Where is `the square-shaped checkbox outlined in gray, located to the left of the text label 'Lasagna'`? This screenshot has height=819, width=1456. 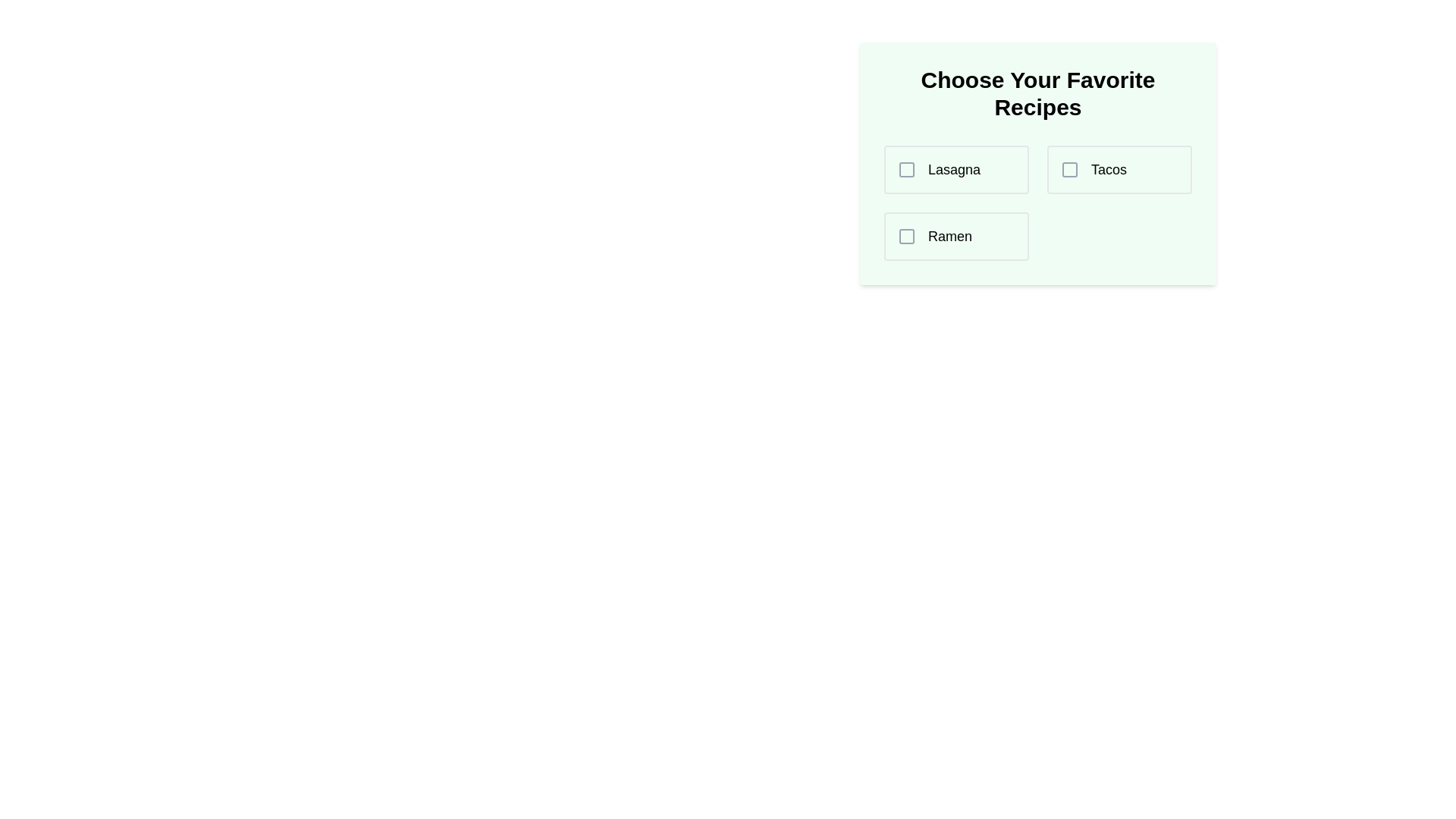 the square-shaped checkbox outlined in gray, located to the left of the text label 'Lasagna' is located at coordinates (906, 169).